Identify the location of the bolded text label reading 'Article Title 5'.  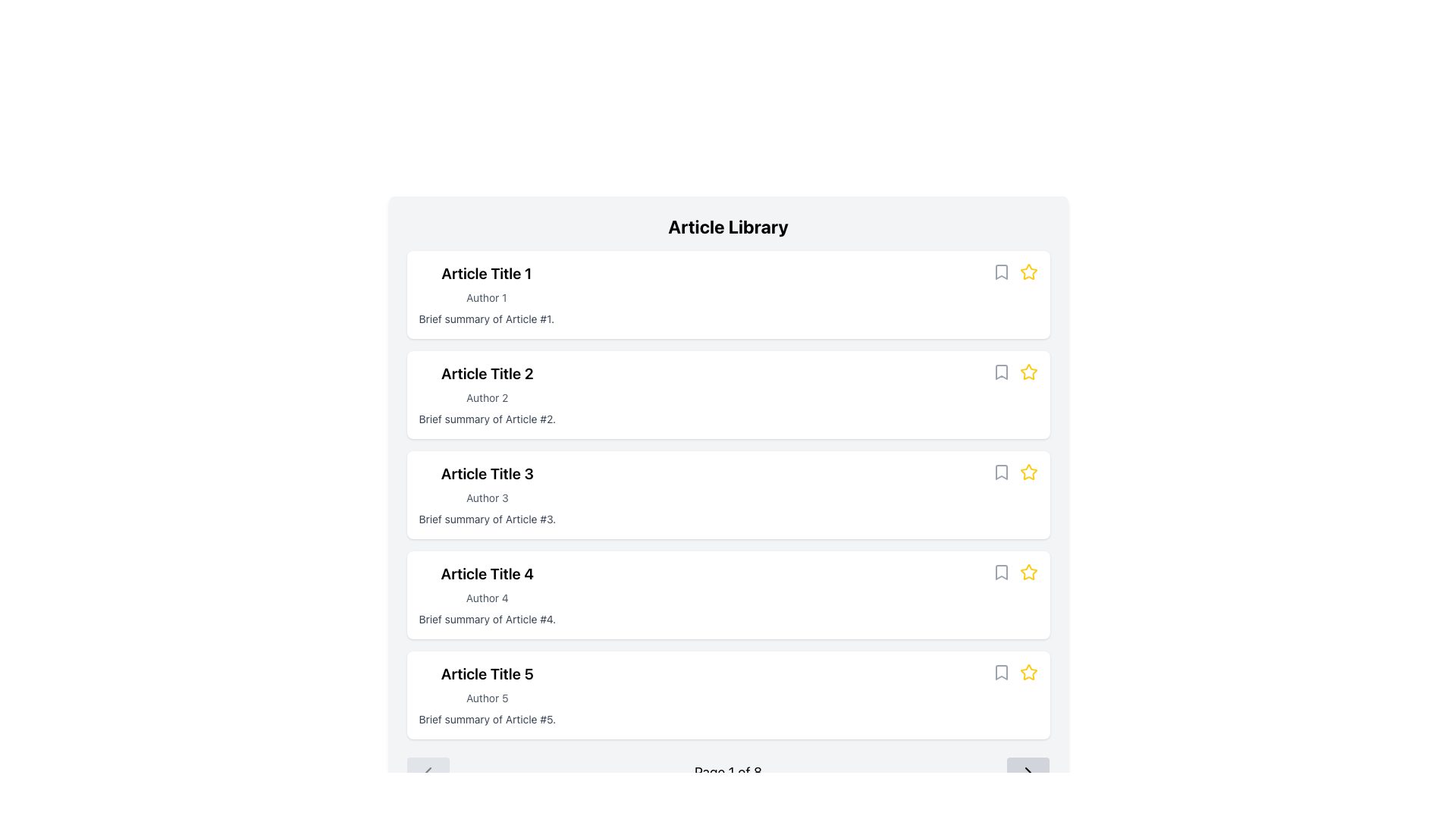
(487, 673).